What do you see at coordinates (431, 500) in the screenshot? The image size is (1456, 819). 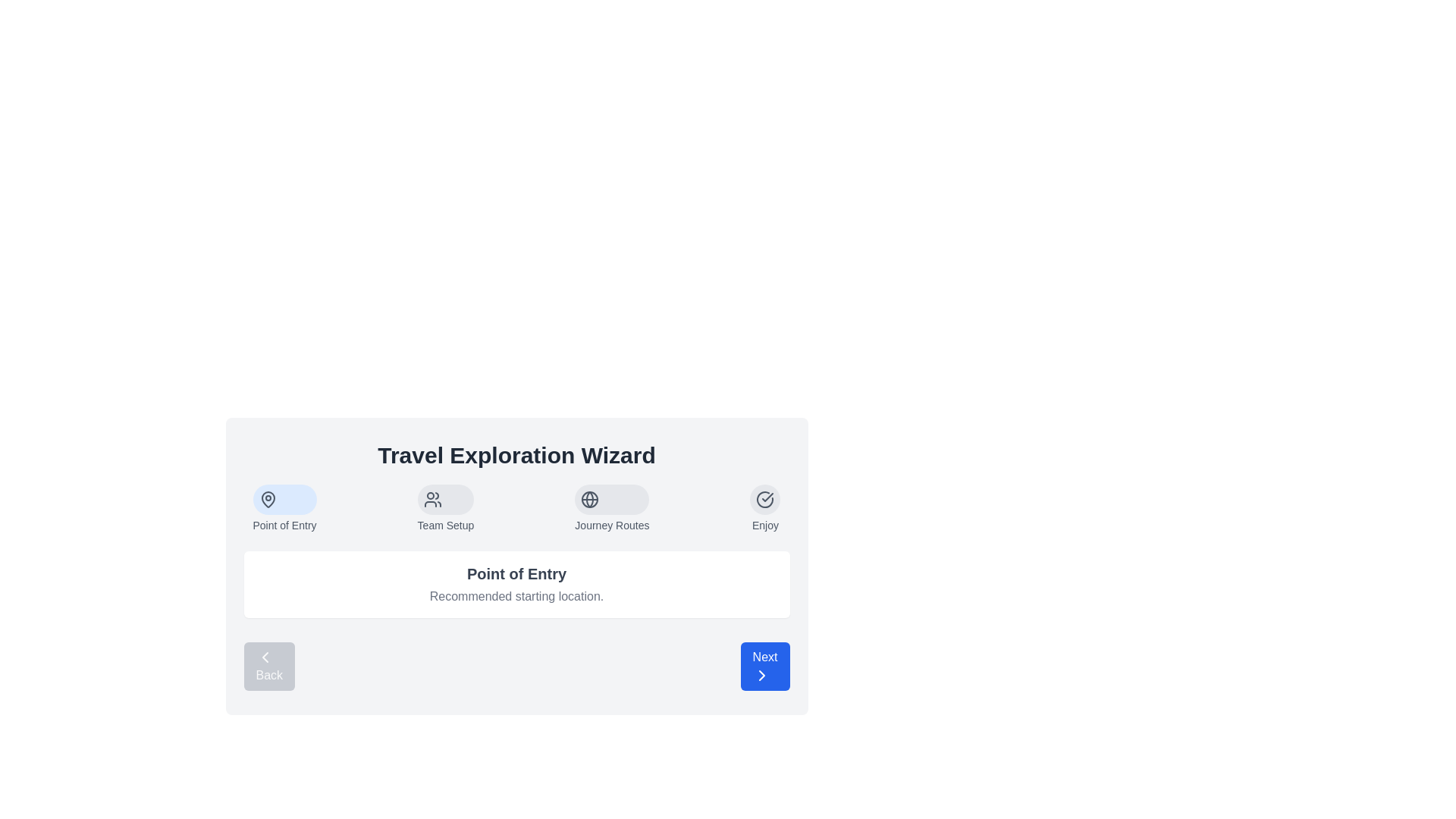 I see `the group of people icon in the 'Team Setup' section of the travel wizard interface` at bounding box center [431, 500].